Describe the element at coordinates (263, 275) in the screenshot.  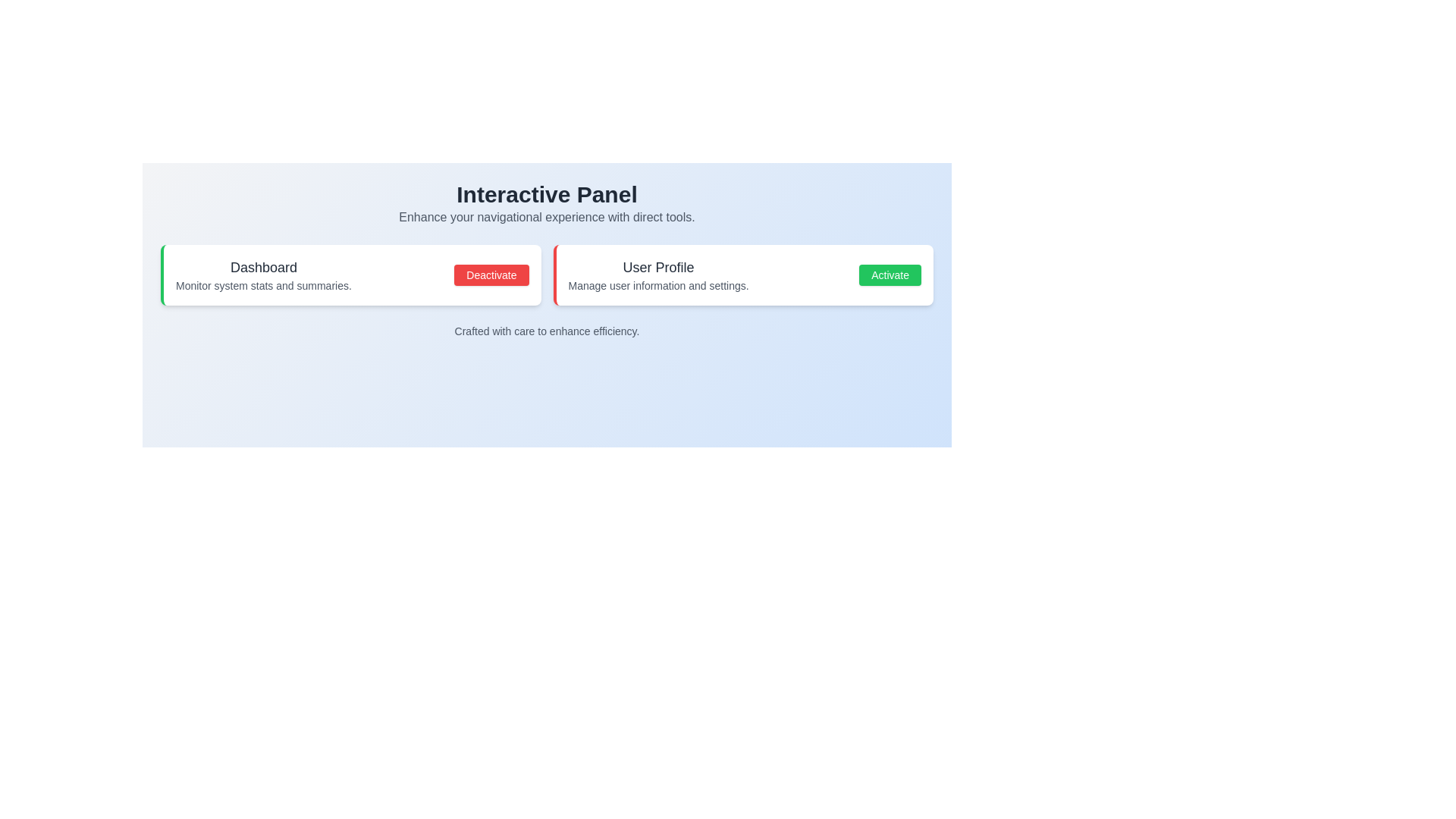
I see `textual description element located on the left side of the layout, which serves as an introductory text for monitoring system statistics, preceding the red 'Deactivate' button` at that location.